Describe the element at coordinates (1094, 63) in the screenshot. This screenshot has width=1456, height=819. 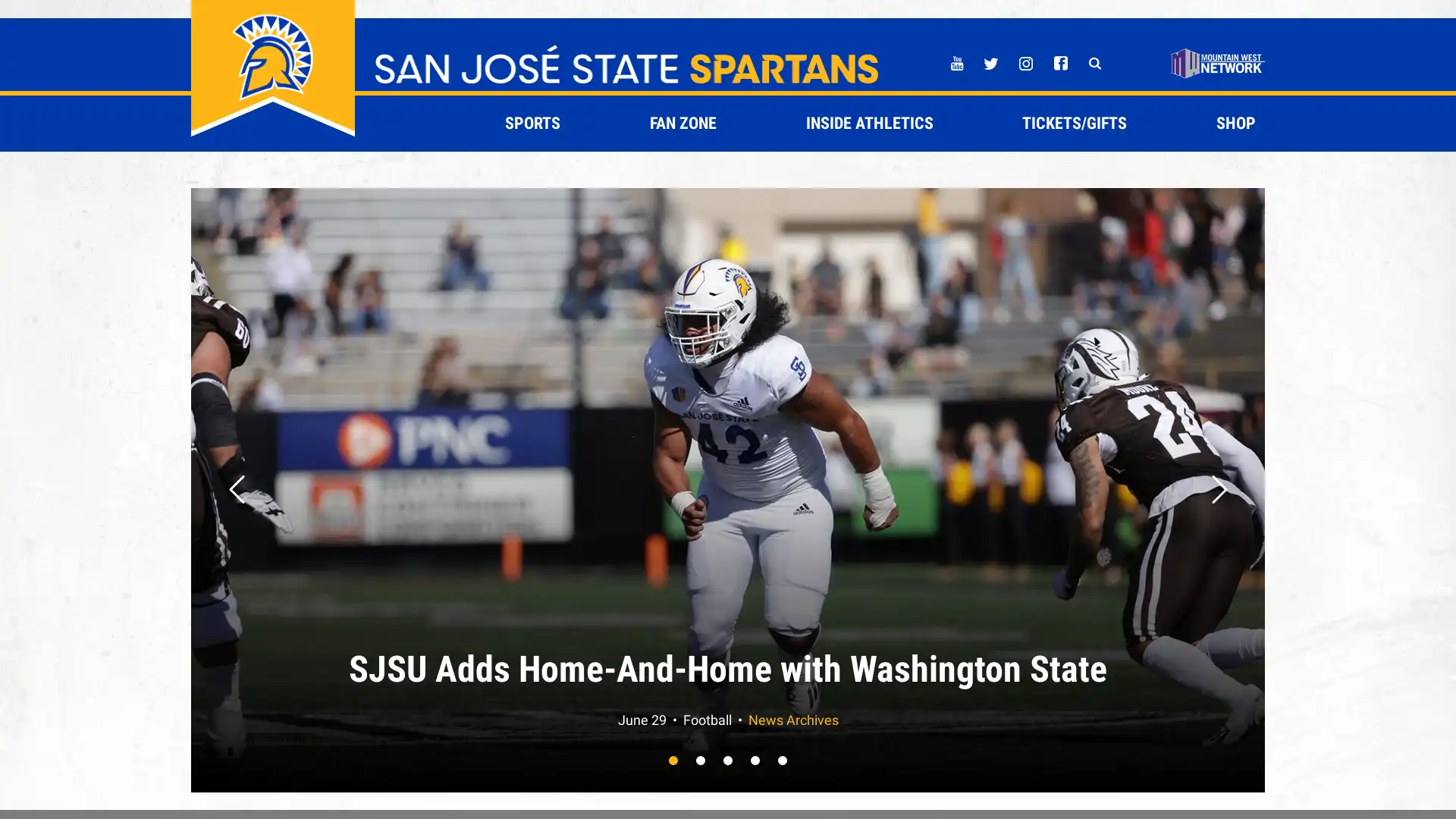
I see `Toggle search form` at that location.